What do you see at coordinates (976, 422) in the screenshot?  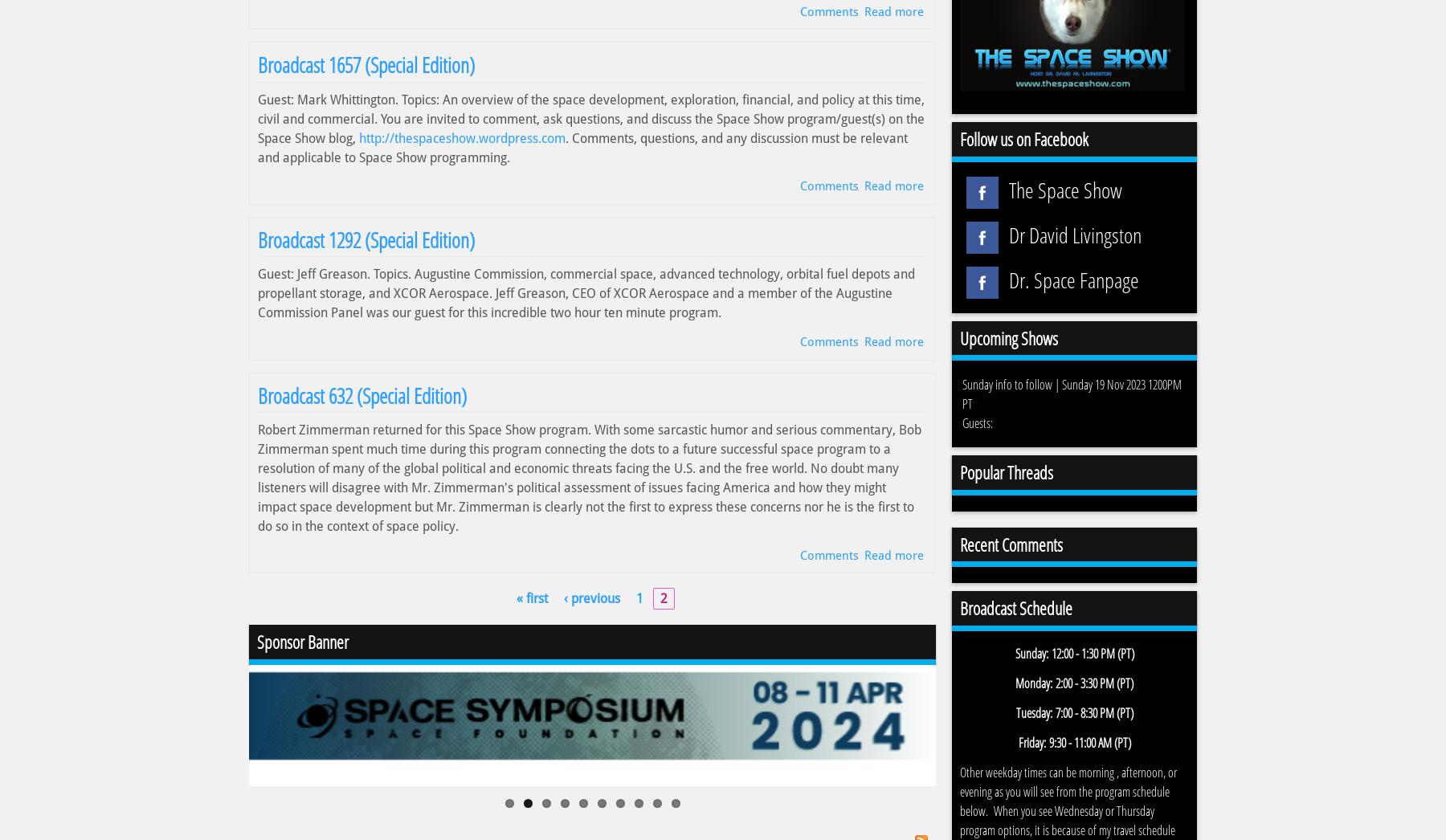 I see `'Guests:'` at bounding box center [976, 422].